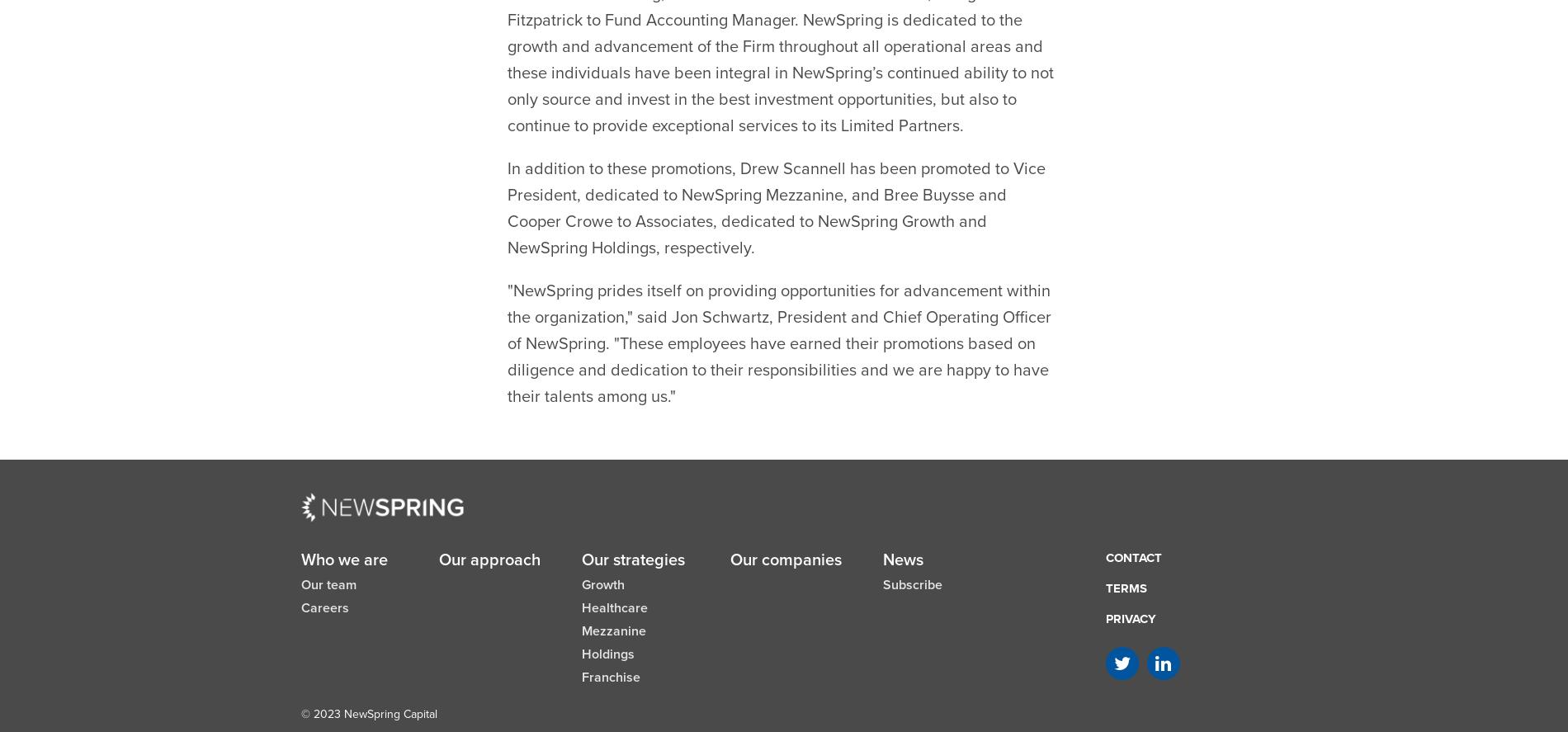 The image size is (1568, 732). What do you see at coordinates (613, 590) in the screenshot?
I see `'Mezzanine'` at bounding box center [613, 590].